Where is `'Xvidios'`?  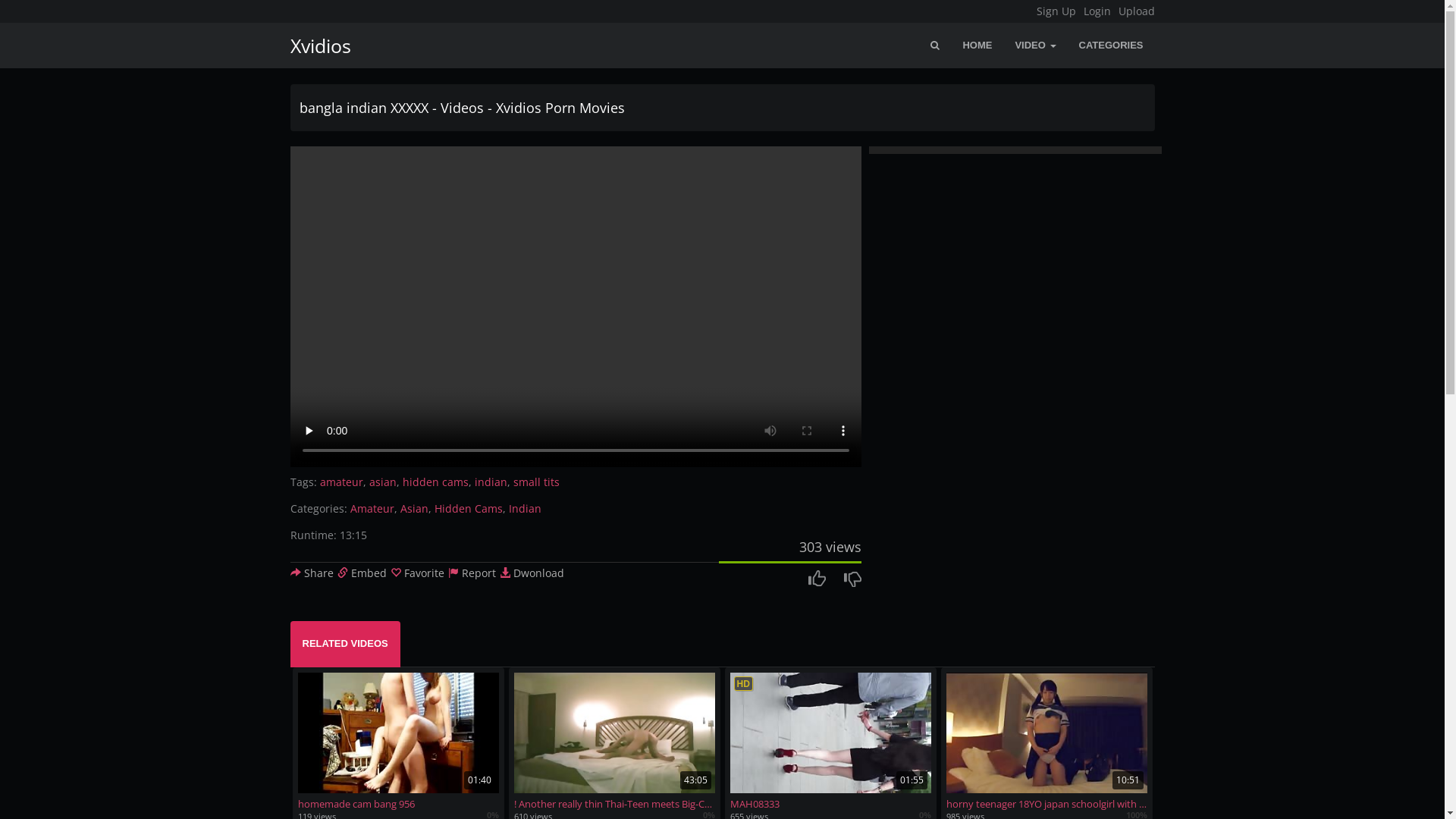 'Xvidios' is located at coordinates (314, 45).